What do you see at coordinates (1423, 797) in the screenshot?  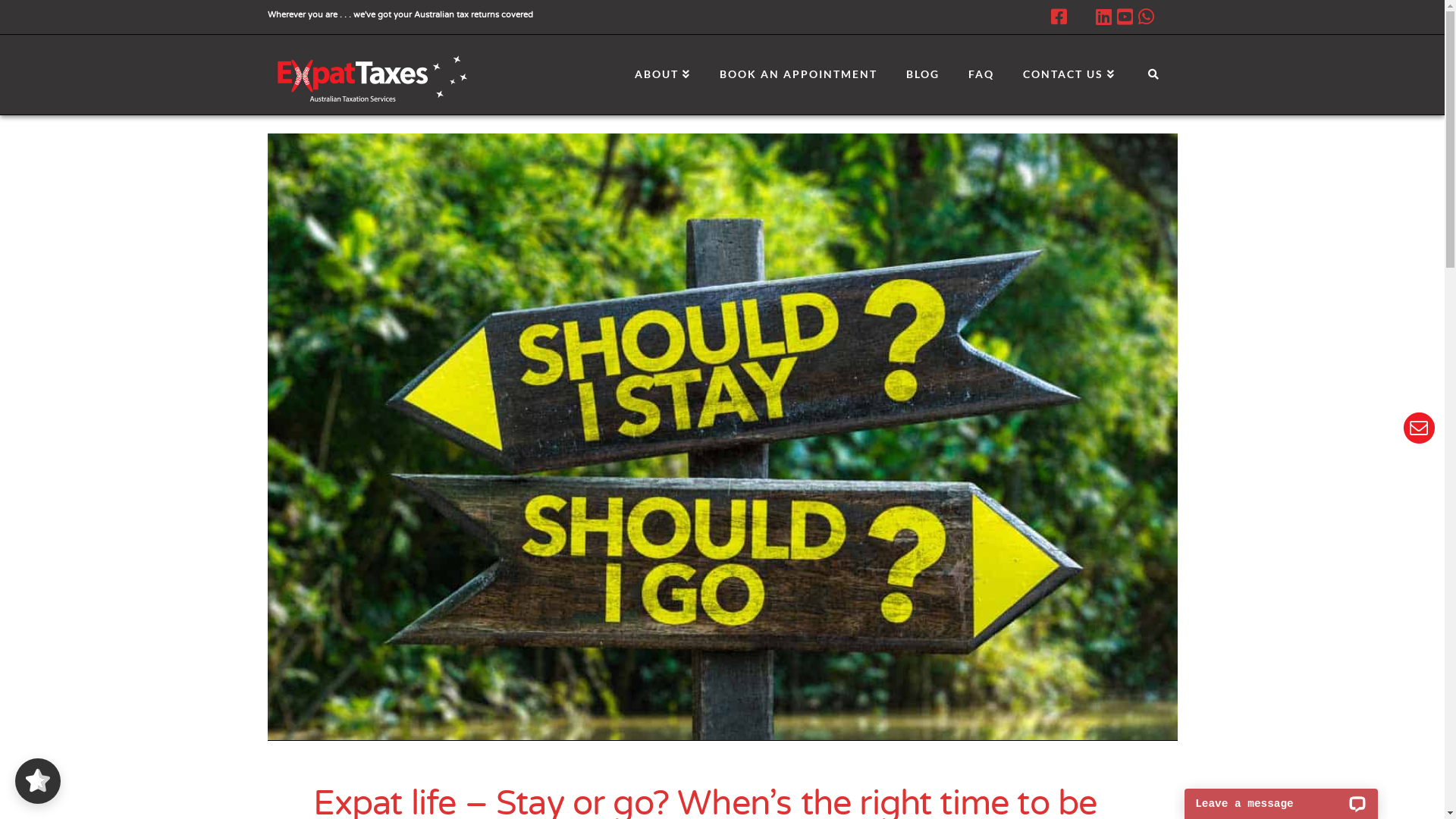 I see `'Back to Top'` at bounding box center [1423, 797].